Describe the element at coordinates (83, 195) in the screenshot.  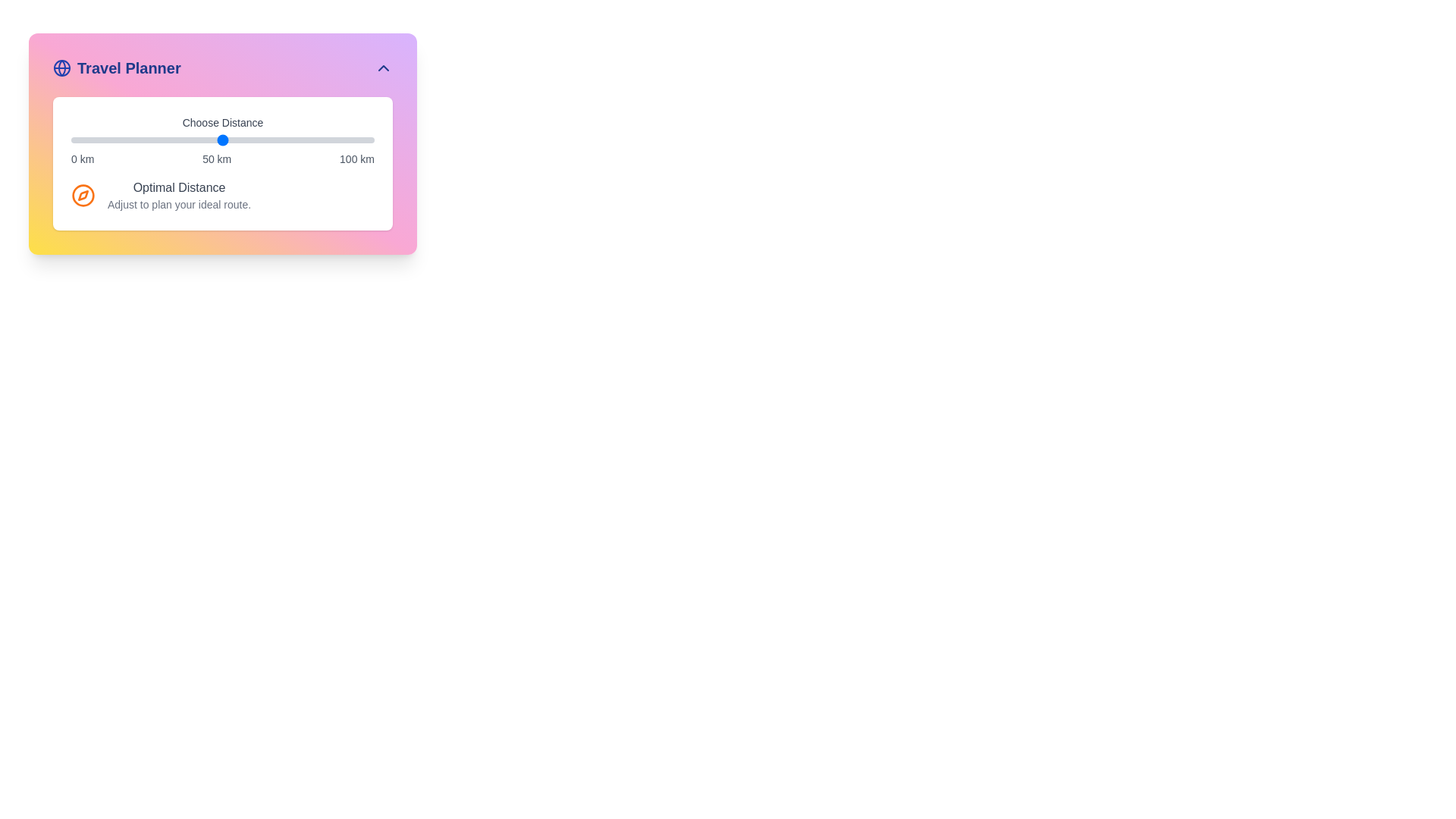
I see `the distinct orange circular shape within the compass icon located in the 'Optimal Distance' section of the 'Travel Planner' card` at that location.